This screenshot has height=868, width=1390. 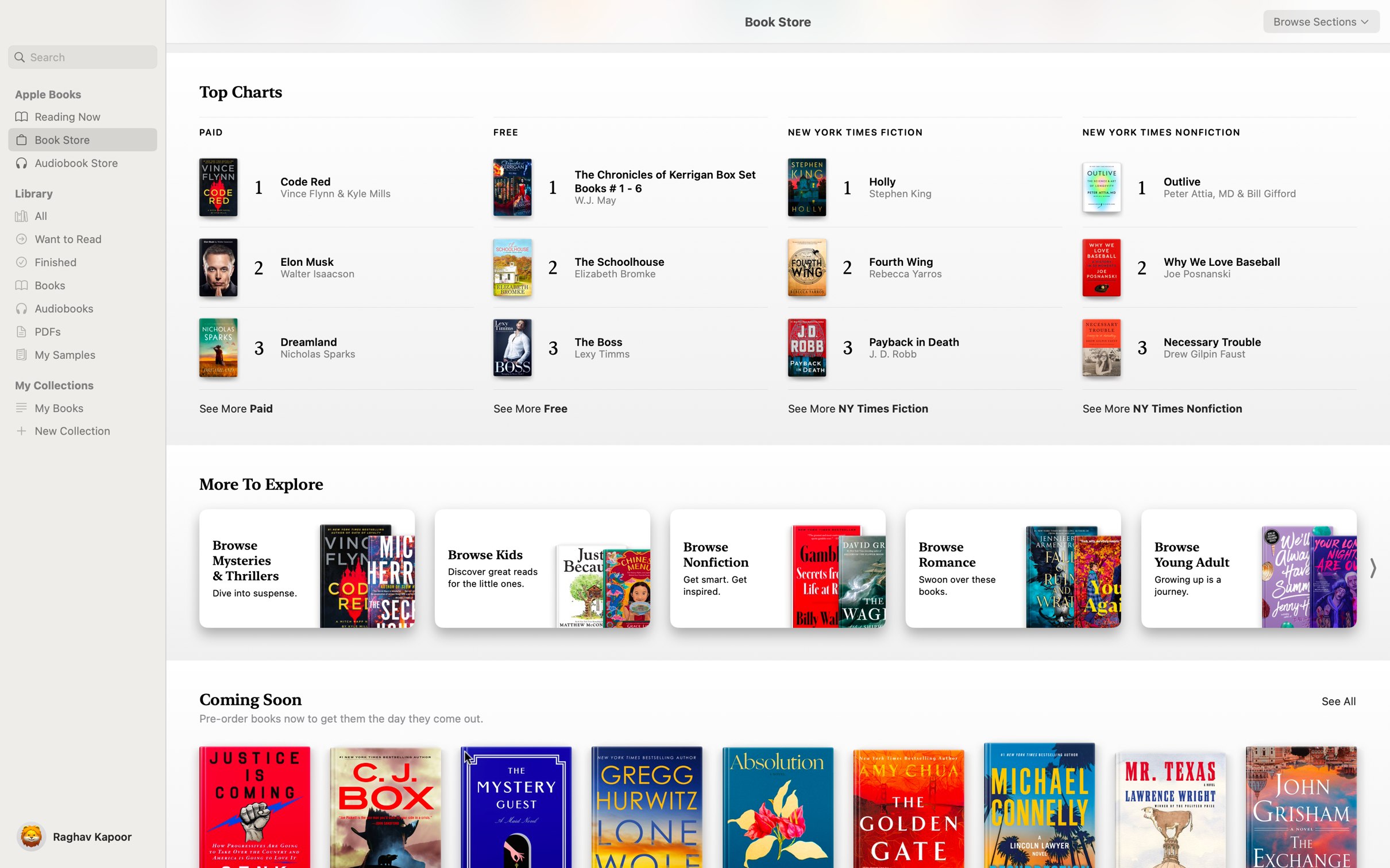 What do you see at coordinates (1321, 21) in the screenshot?
I see `"Adult" category using top right "Browse" menu` at bounding box center [1321, 21].